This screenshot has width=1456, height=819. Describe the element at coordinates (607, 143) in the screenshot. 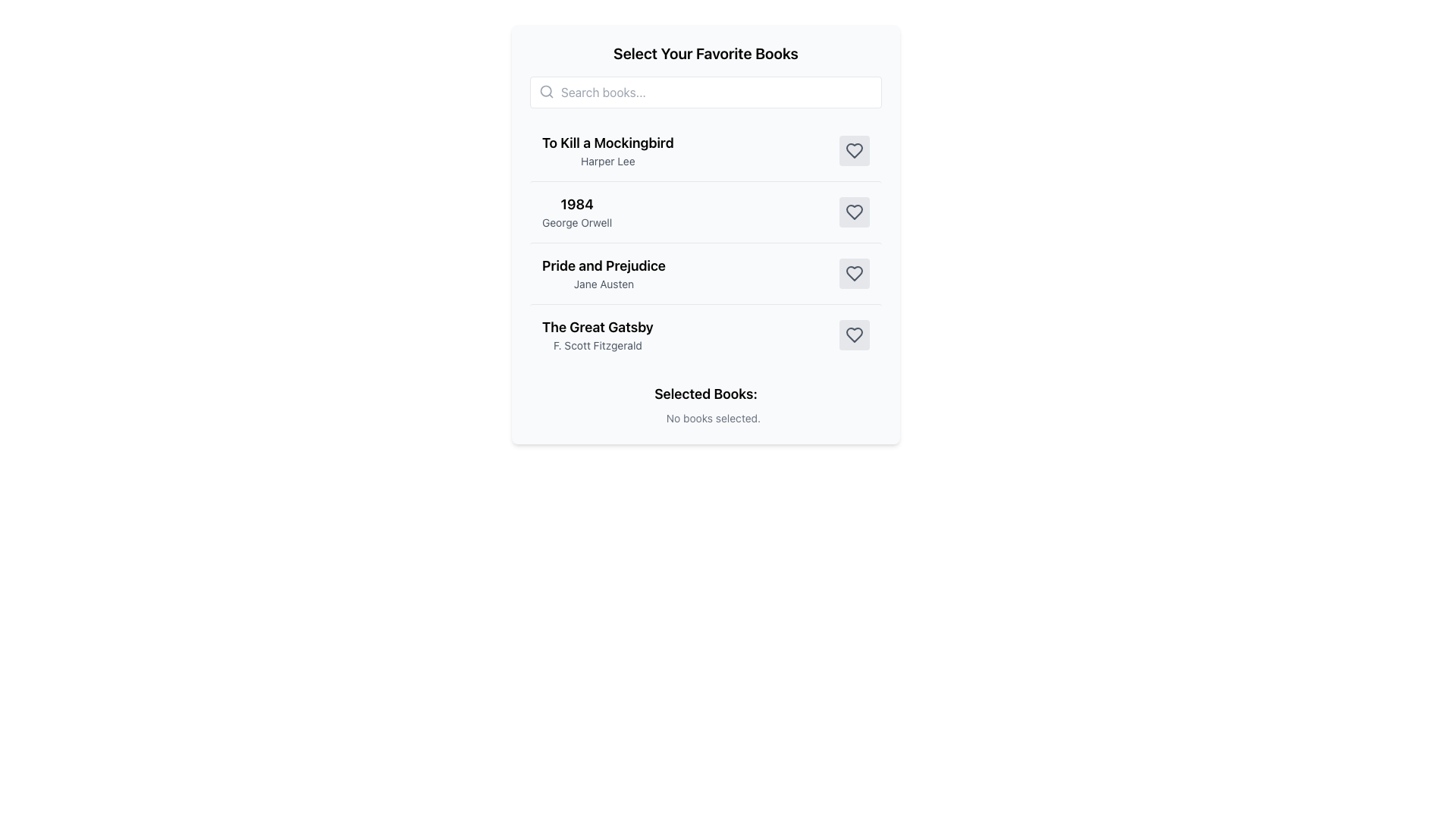

I see `the text label displaying the title of the book, located at the first position in the list, to read it for identification purposes` at that location.